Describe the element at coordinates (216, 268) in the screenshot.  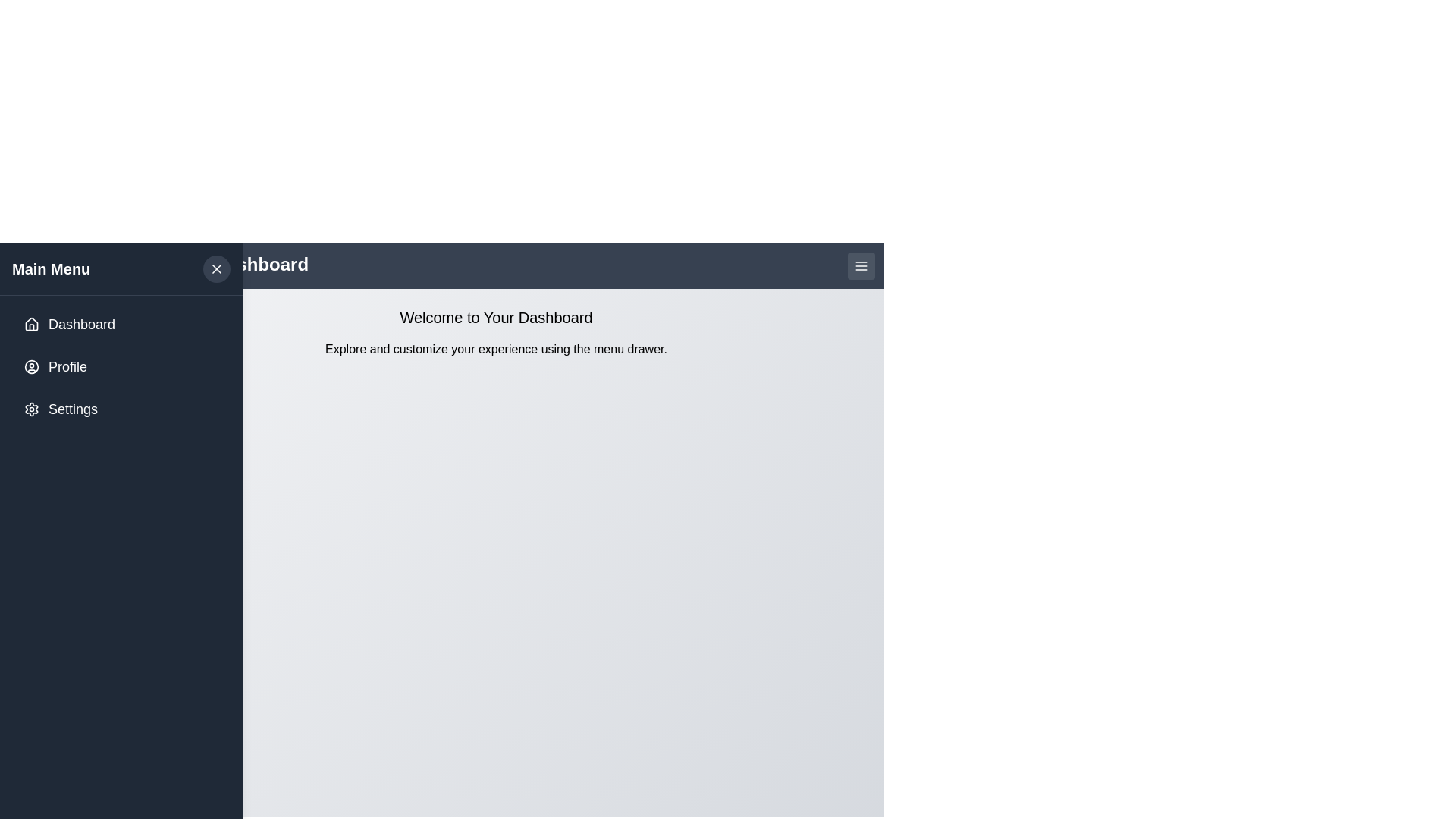
I see `the close icon located at the top-left corner of the navigation menu header` at that location.